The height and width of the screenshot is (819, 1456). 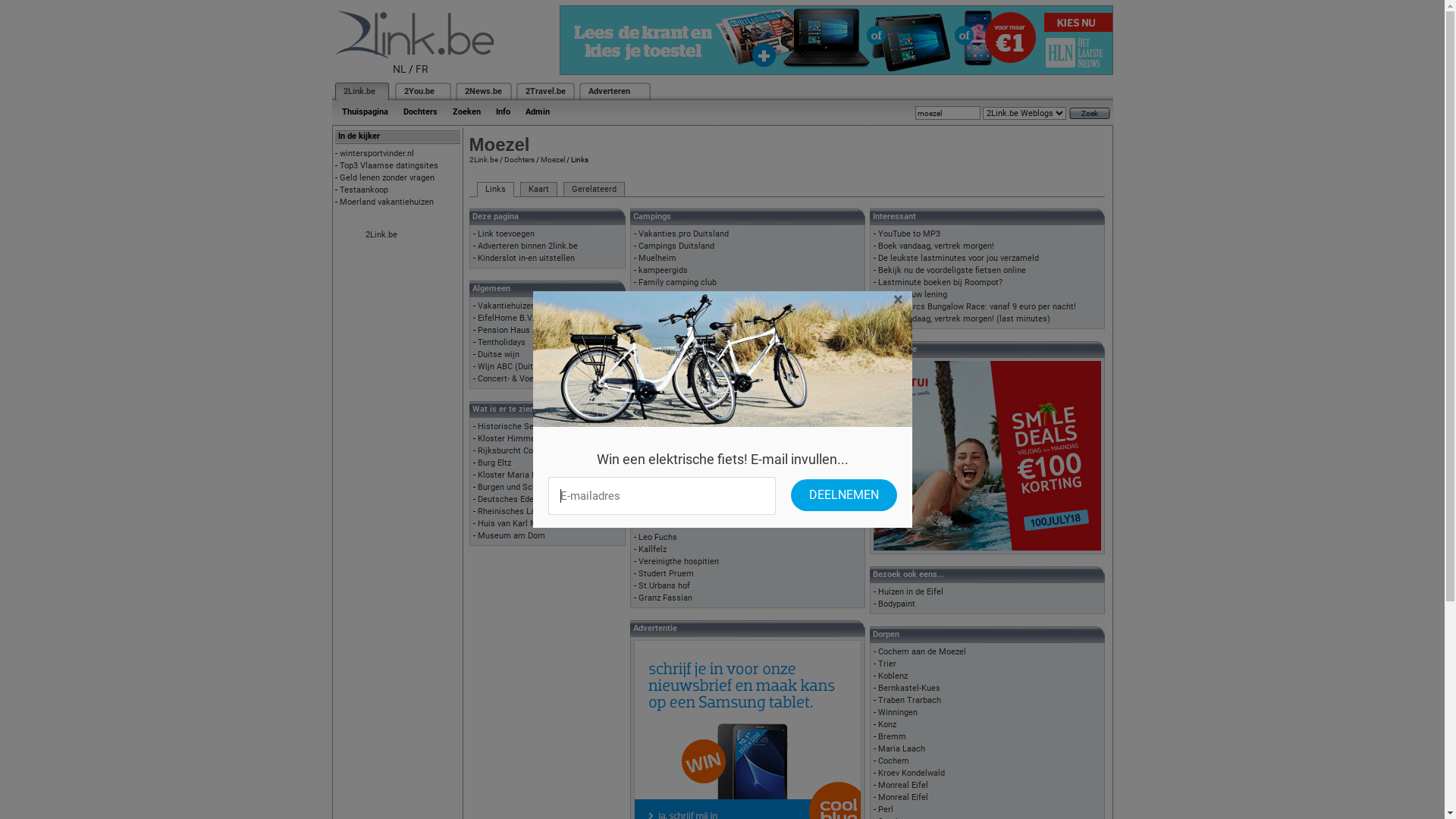 I want to click on 'Gerelateerd', so click(x=592, y=189).